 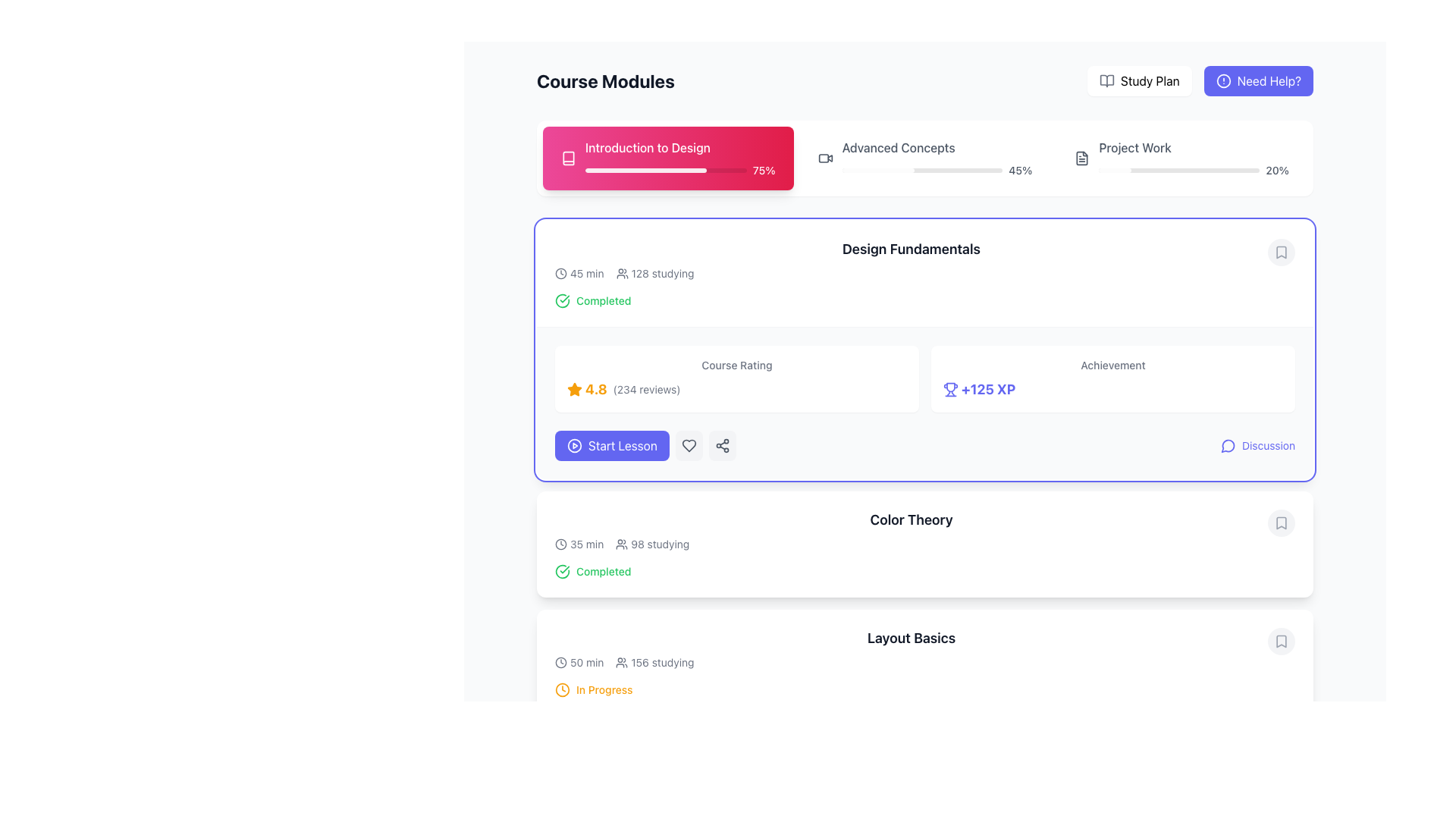 What do you see at coordinates (910, 519) in the screenshot?
I see `the header text 'Color Theory'` at bounding box center [910, 519].